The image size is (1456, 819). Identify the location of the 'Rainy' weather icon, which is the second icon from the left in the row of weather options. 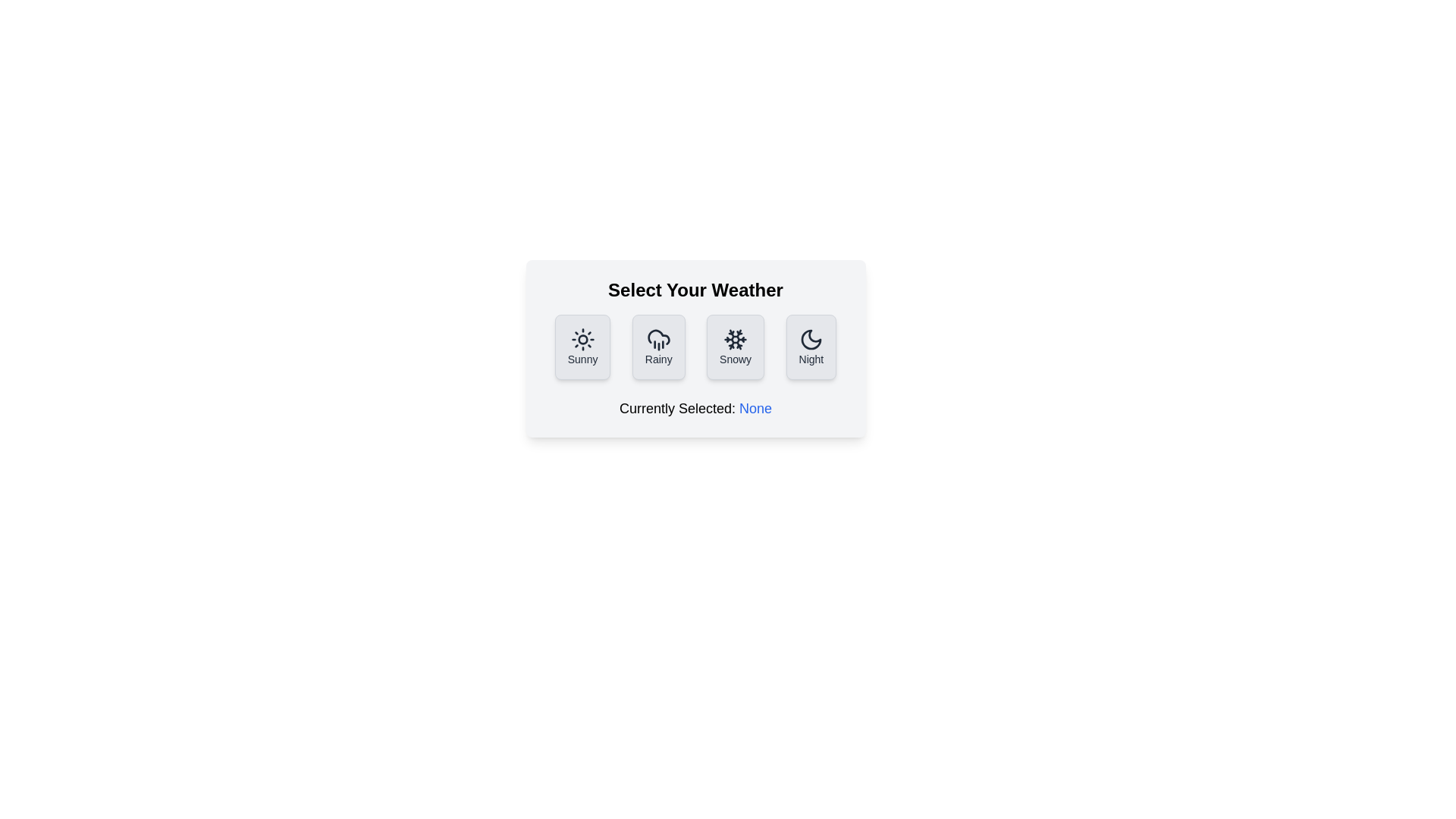
(658, 338).